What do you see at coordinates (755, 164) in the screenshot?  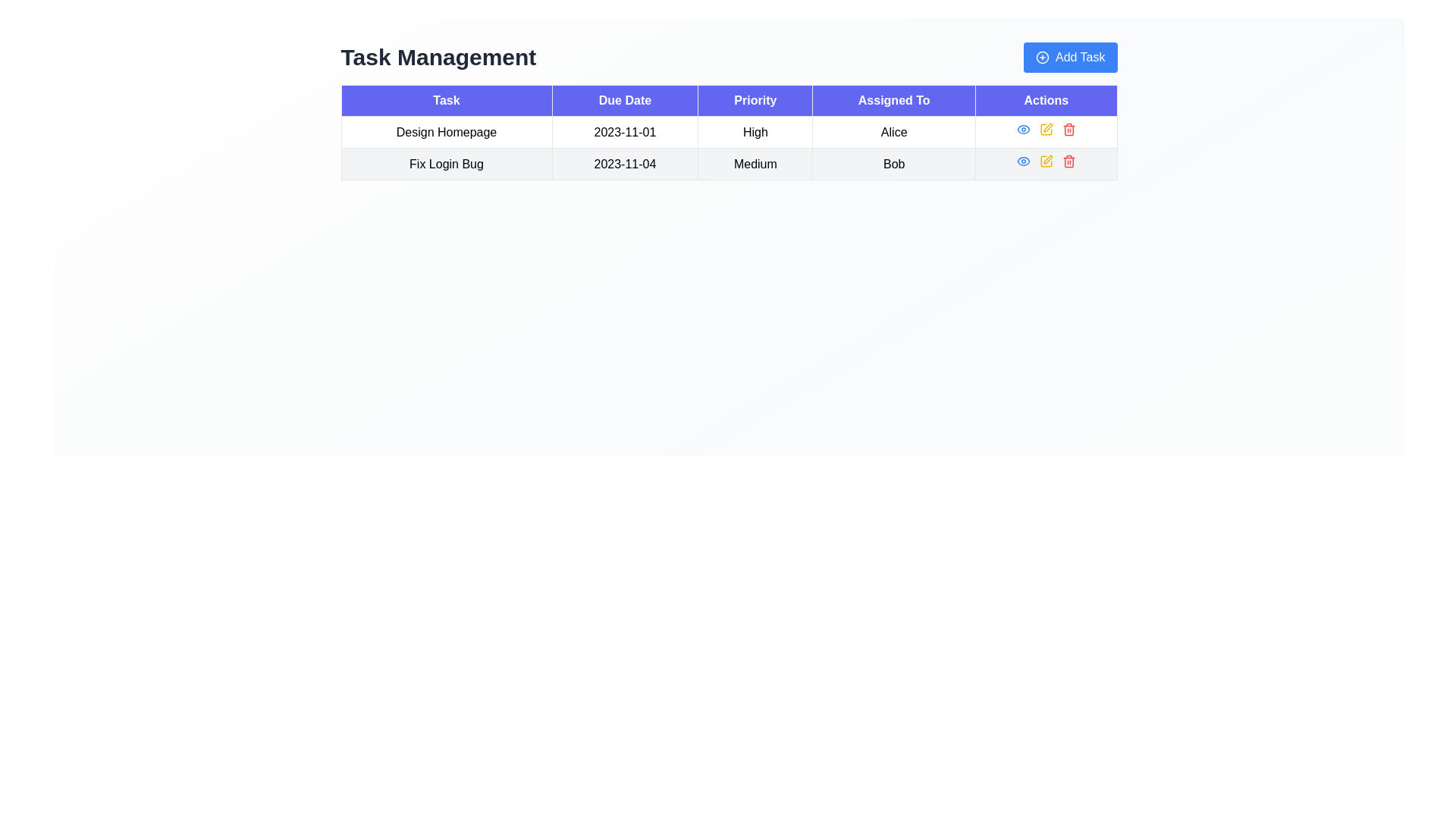 I see `the text indicator for the task 'Fix Login Bug'` at bounding box center [755, 164].